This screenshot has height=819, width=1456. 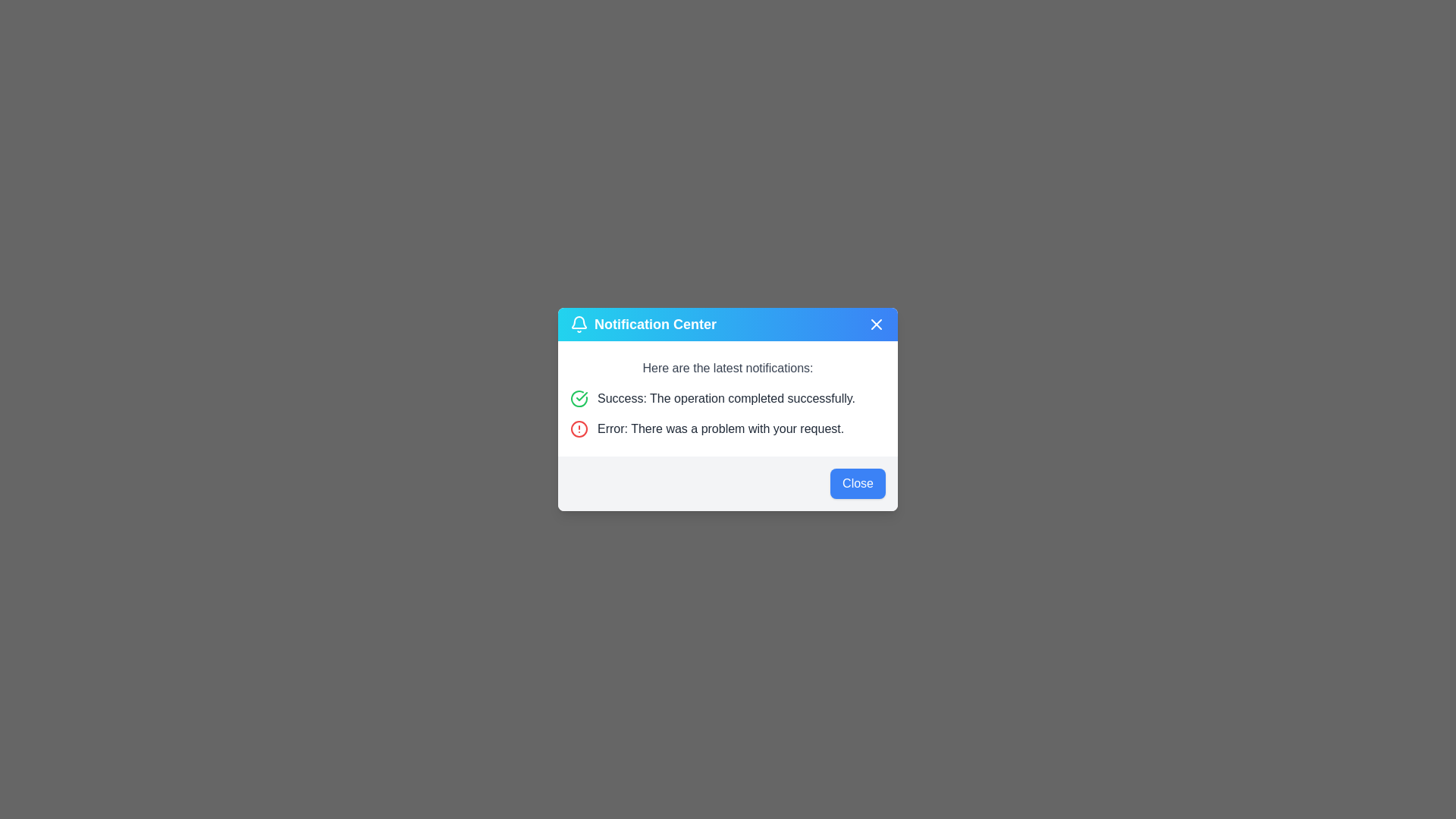 I want to click on the error indicator SVG icon located in the notification row of the modal dialog box, which visually represents the error message 'Error: There was a problem with your request.', so click(x=578, y=429).